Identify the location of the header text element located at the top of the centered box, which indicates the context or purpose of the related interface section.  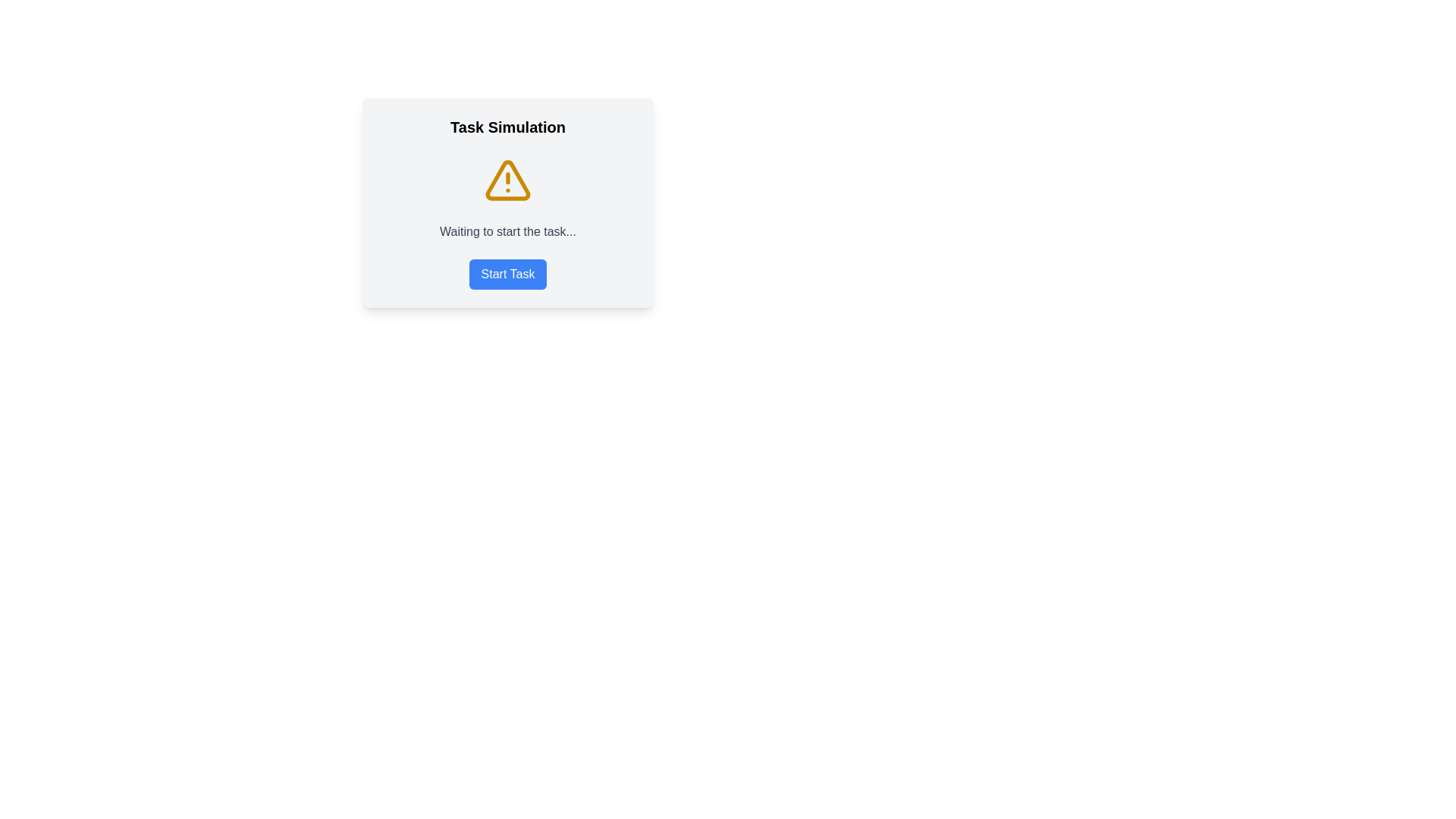
(508, 127).